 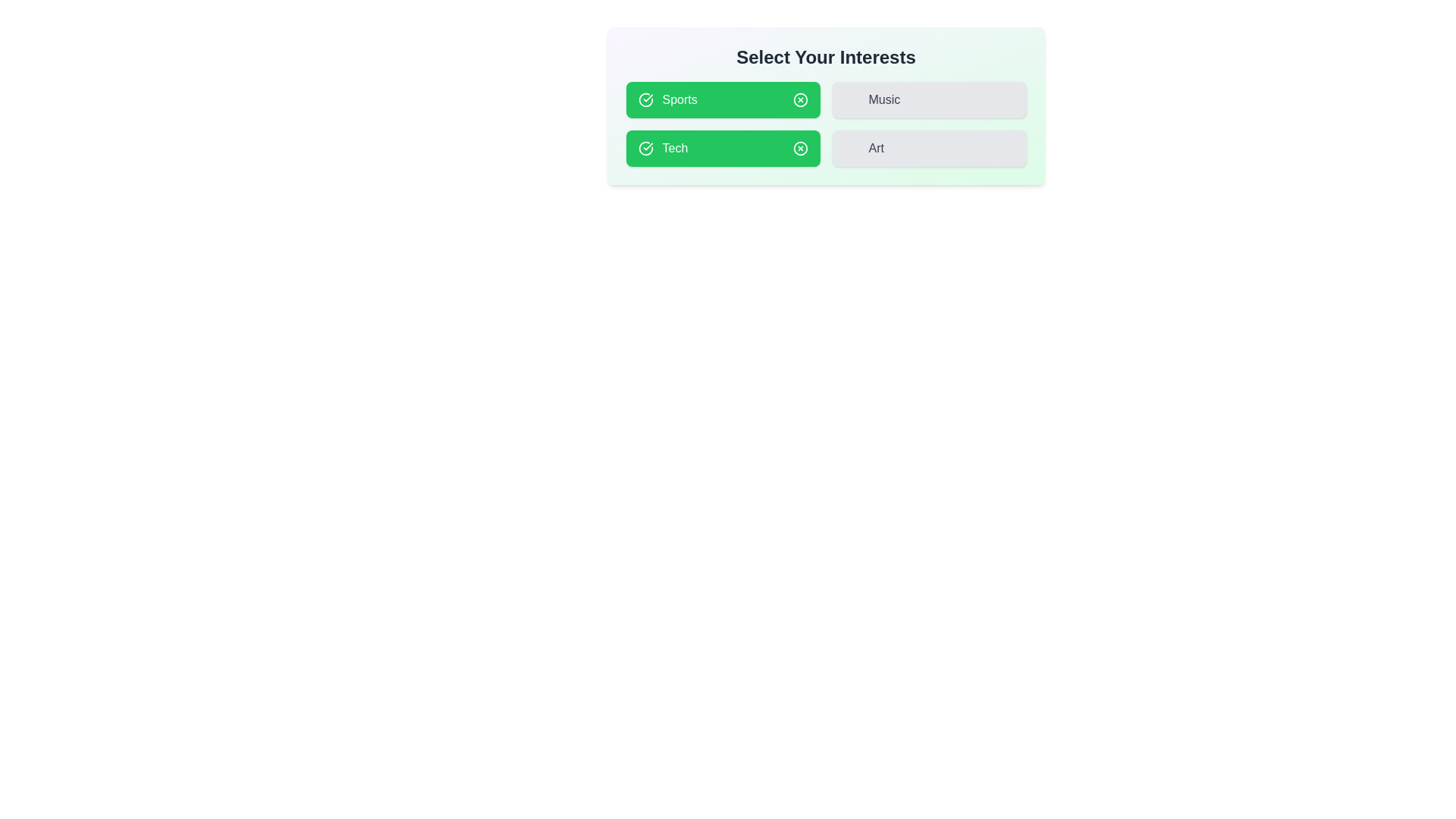 What do you see at coordinates (722, 99) in the screenshot?
I see `the button corresponding to the interest Sports to toggle its selection state` at bounding box center [722, 99].